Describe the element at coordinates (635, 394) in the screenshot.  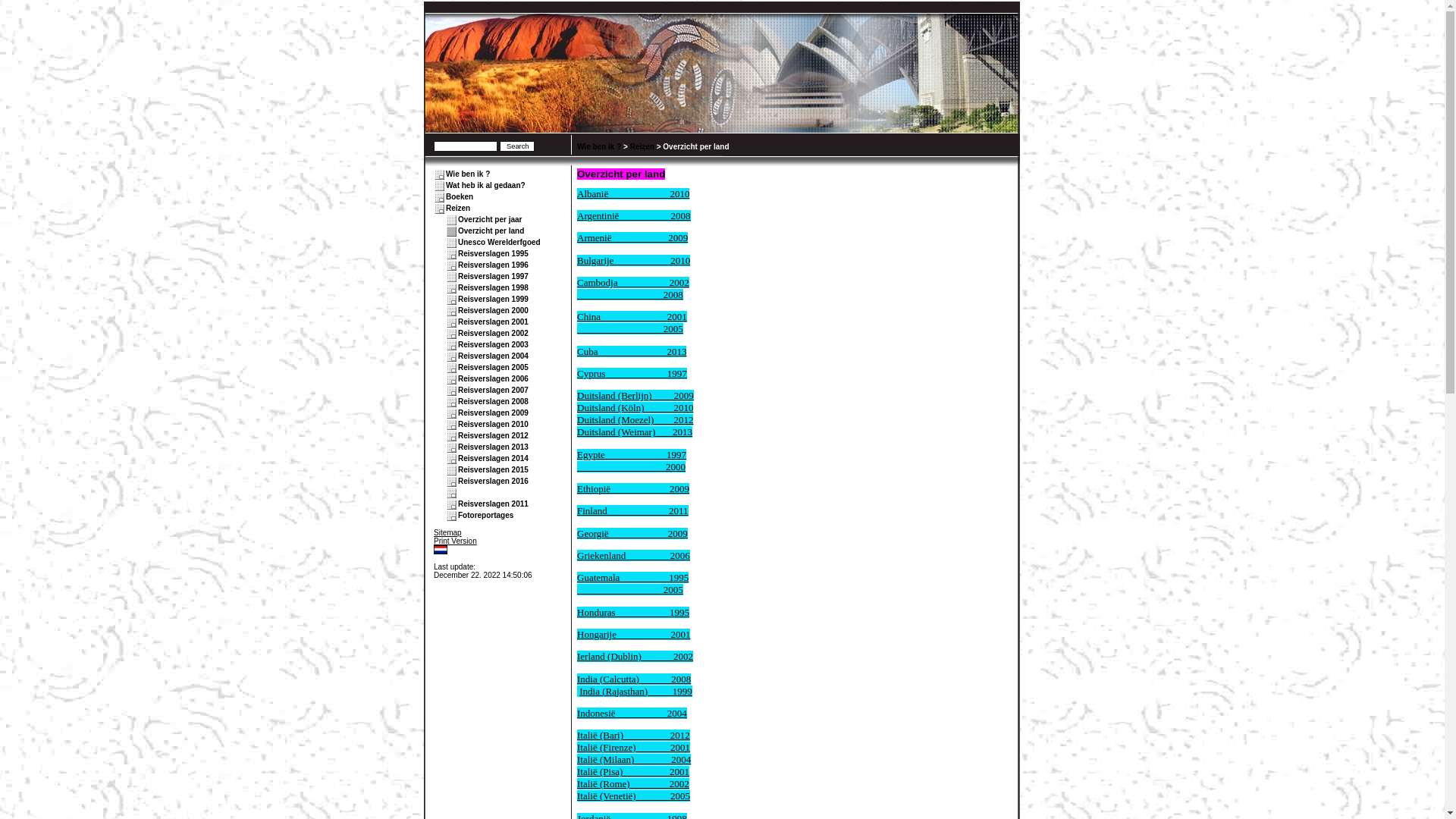
I see `'Duitsland (Berlijn)         2009'` at that location.